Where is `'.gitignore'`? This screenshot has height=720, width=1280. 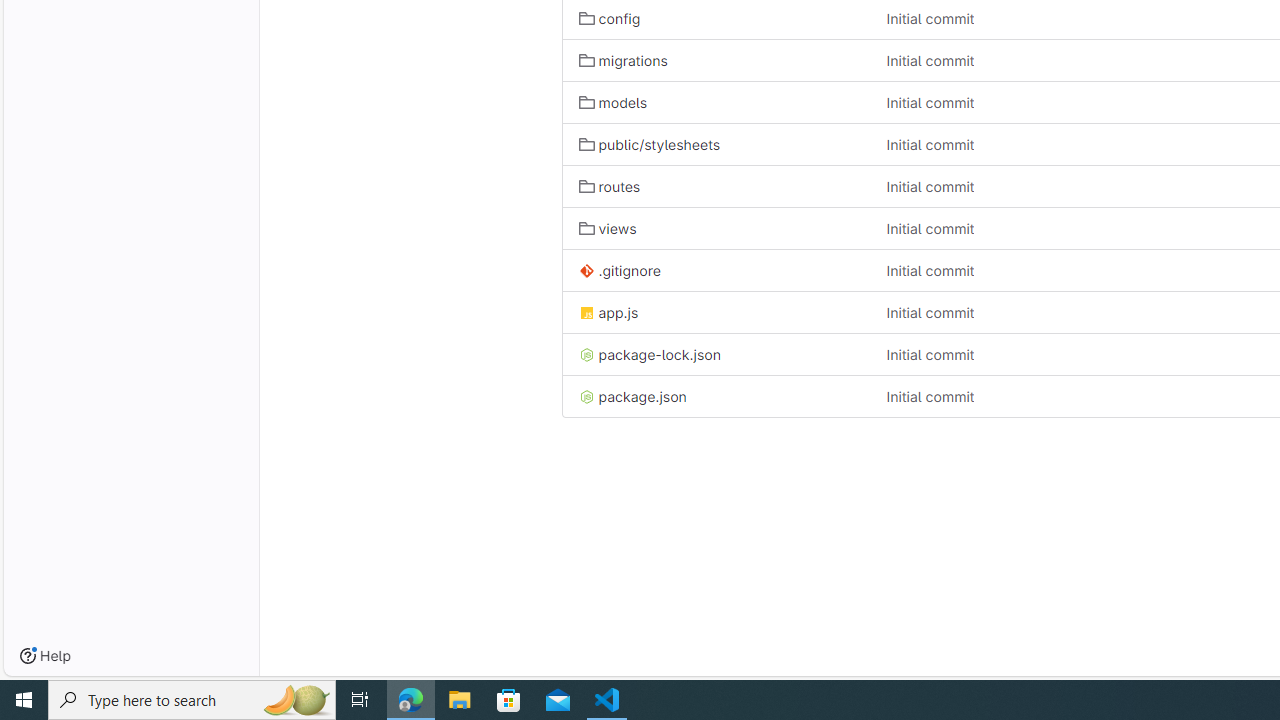
'.gitignore' is located at coordinates (618, 271).